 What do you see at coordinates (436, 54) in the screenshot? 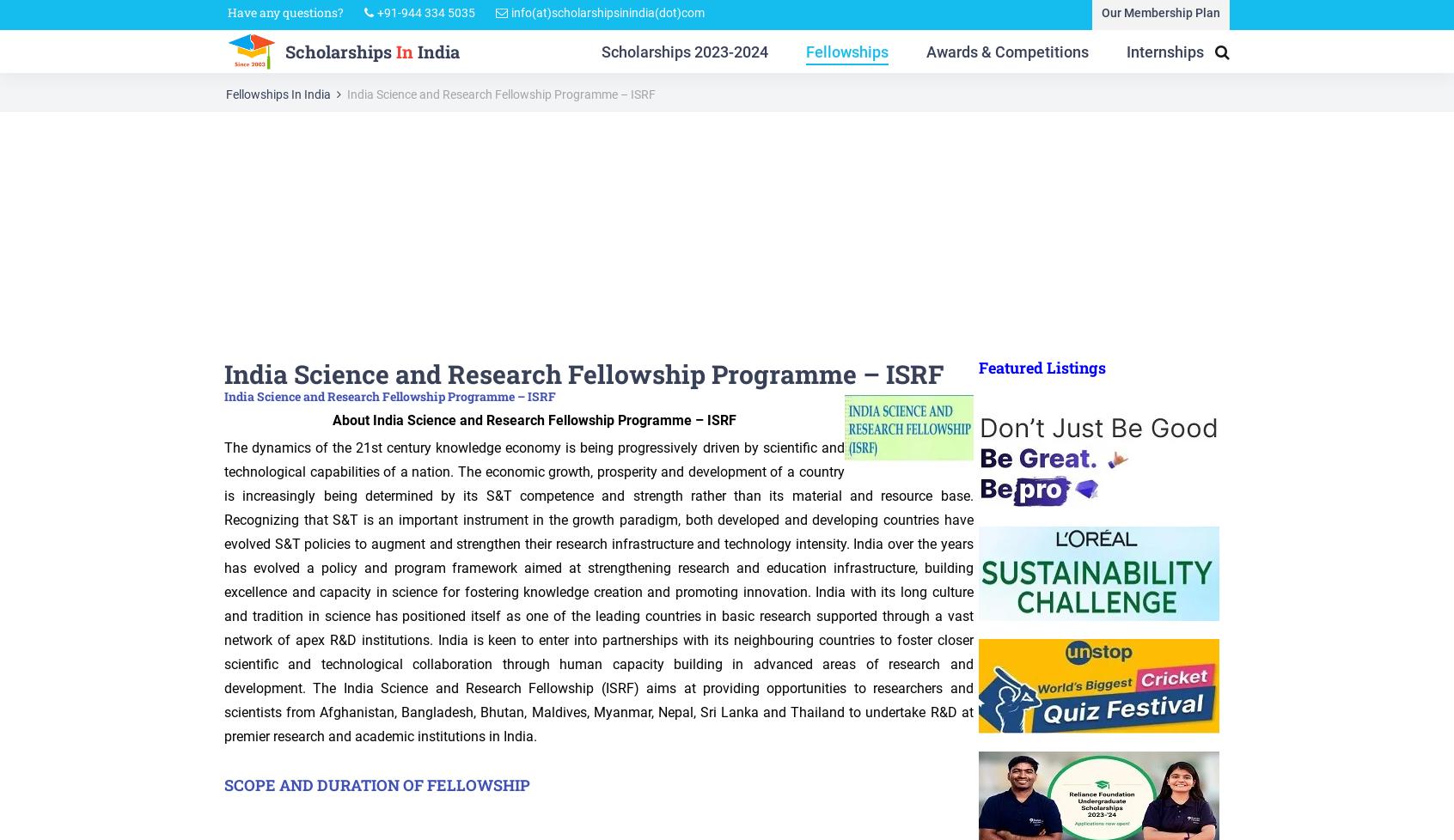
I see `'India'` at bounding box center [436, 54].